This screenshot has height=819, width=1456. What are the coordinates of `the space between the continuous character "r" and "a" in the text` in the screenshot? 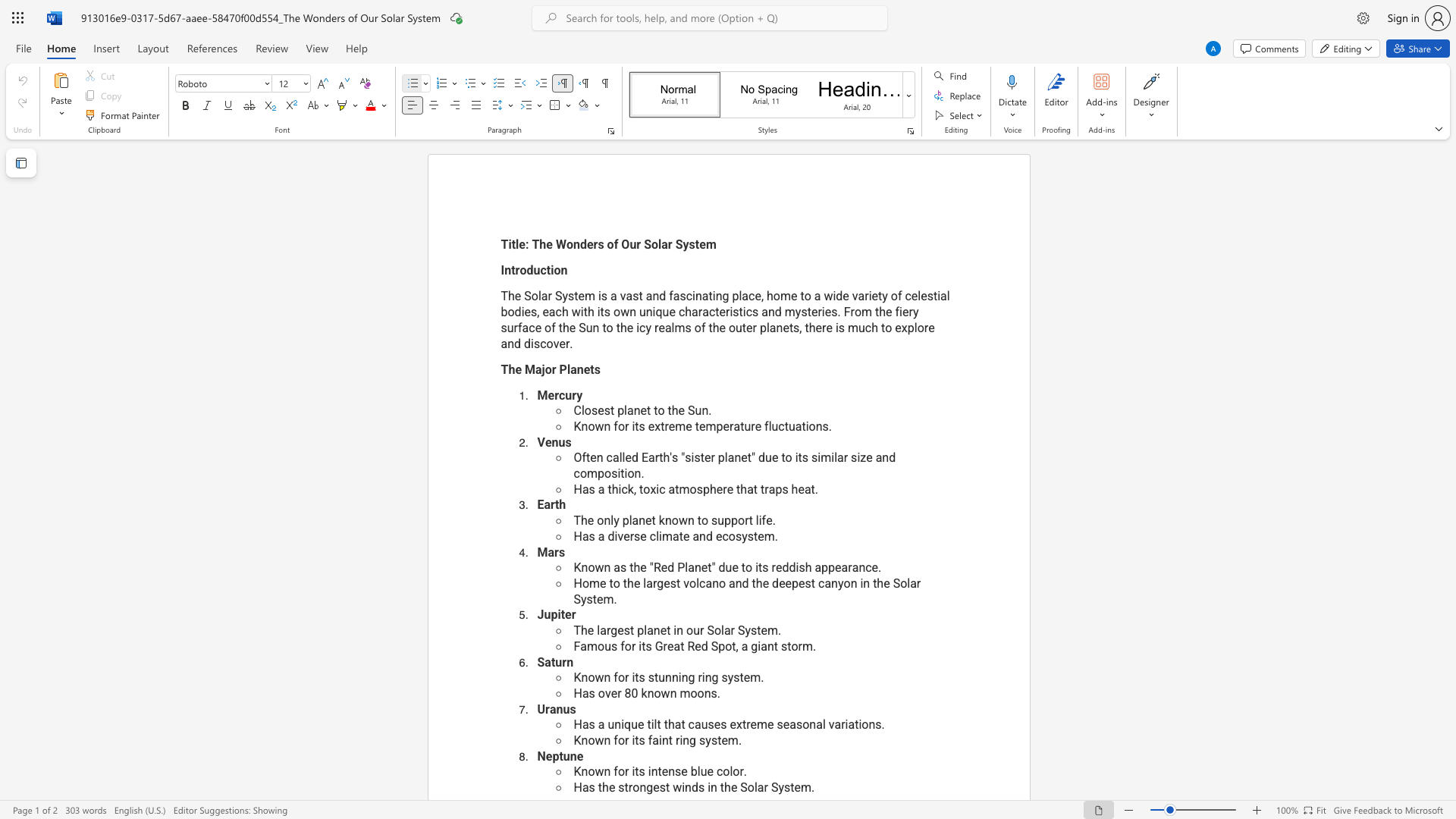 It's located at (852, 567).